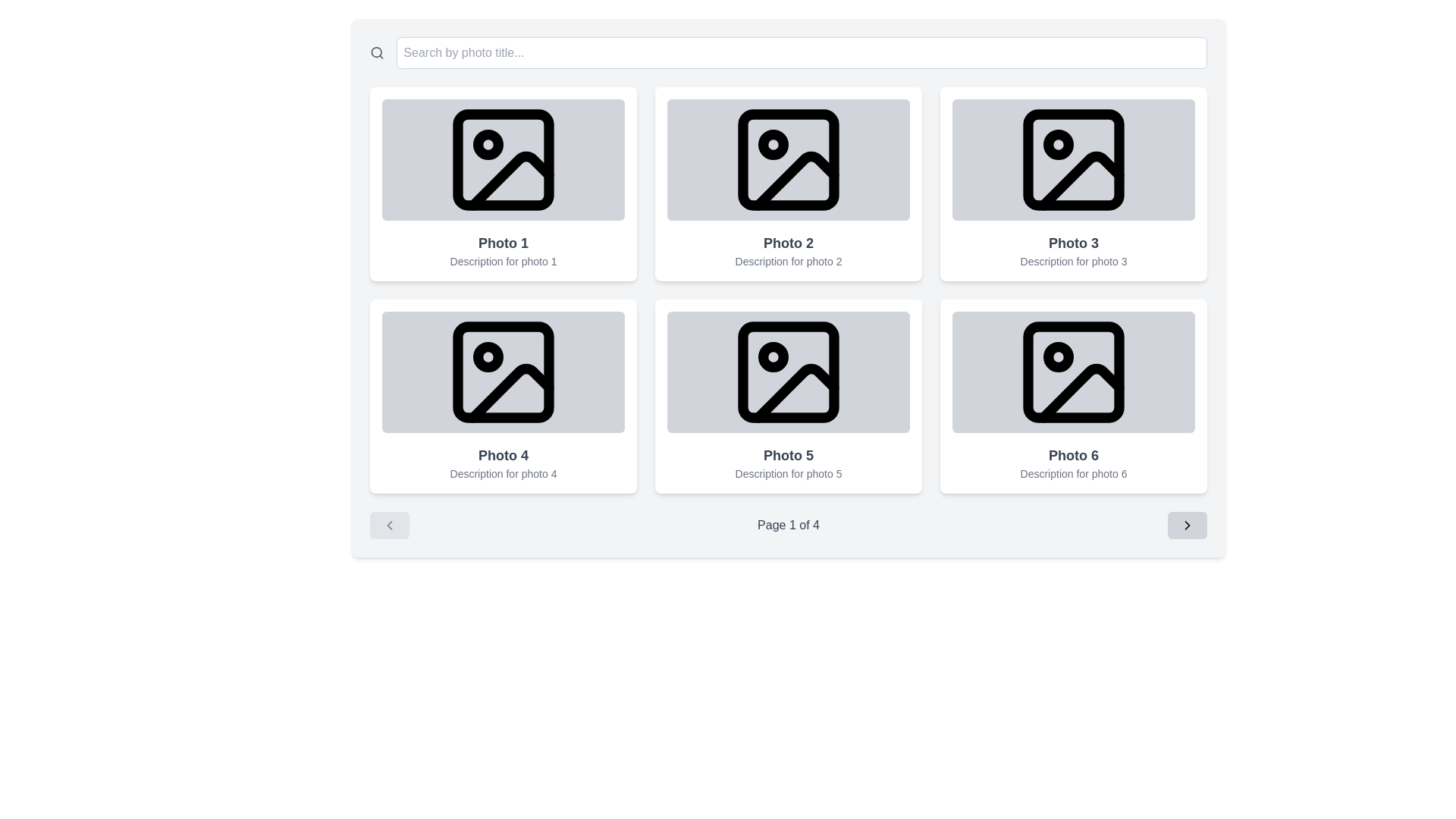 This screenshot has width=1456, height=819. What do you see at coordinates (773, 145) in the screenshot?
I see `the small circular decorative element located in the top-left corner of the second photo placeholder icon in the grid layout` at bounding box center [773, 145].